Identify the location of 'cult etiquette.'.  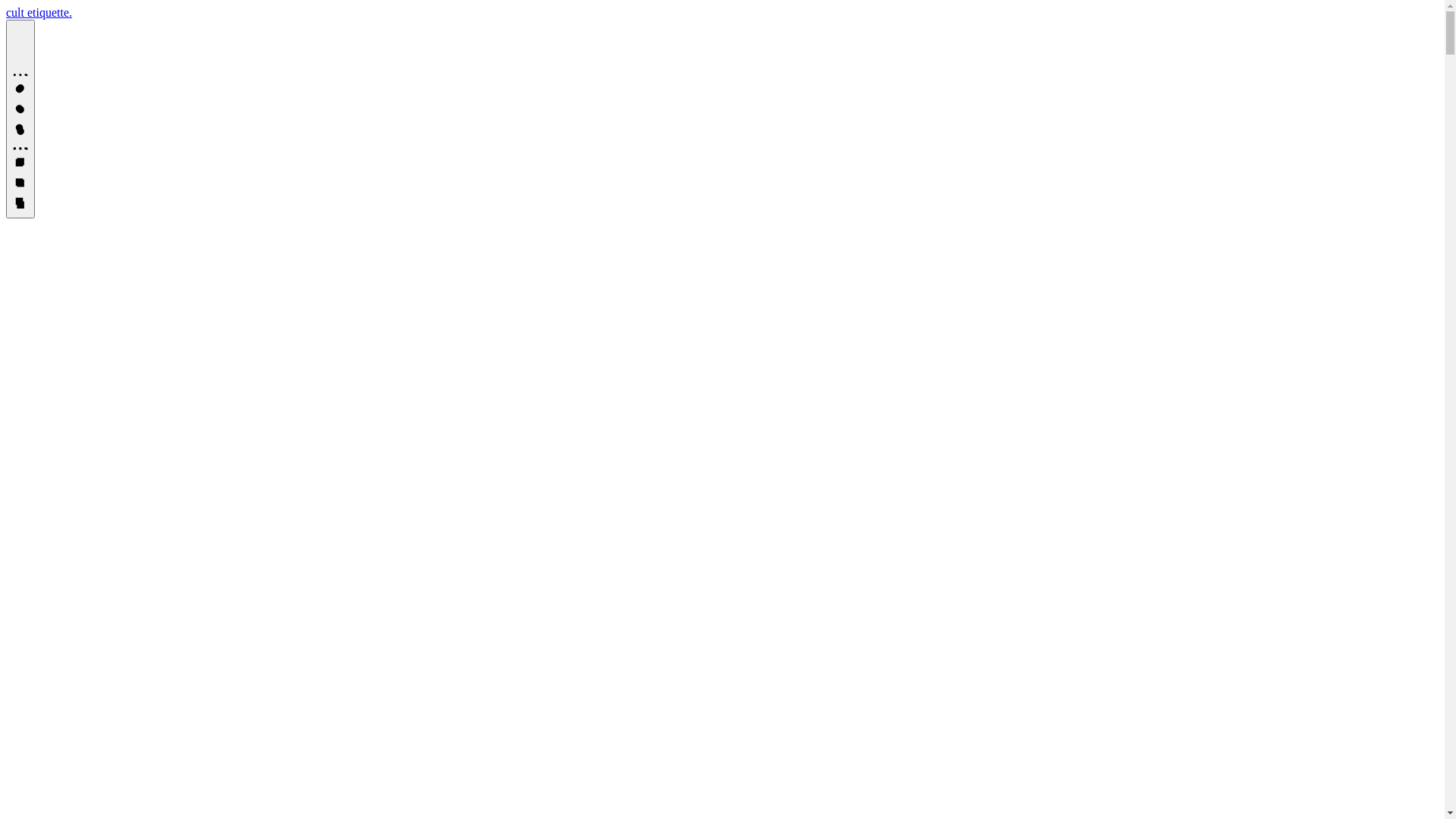
(39, 12).